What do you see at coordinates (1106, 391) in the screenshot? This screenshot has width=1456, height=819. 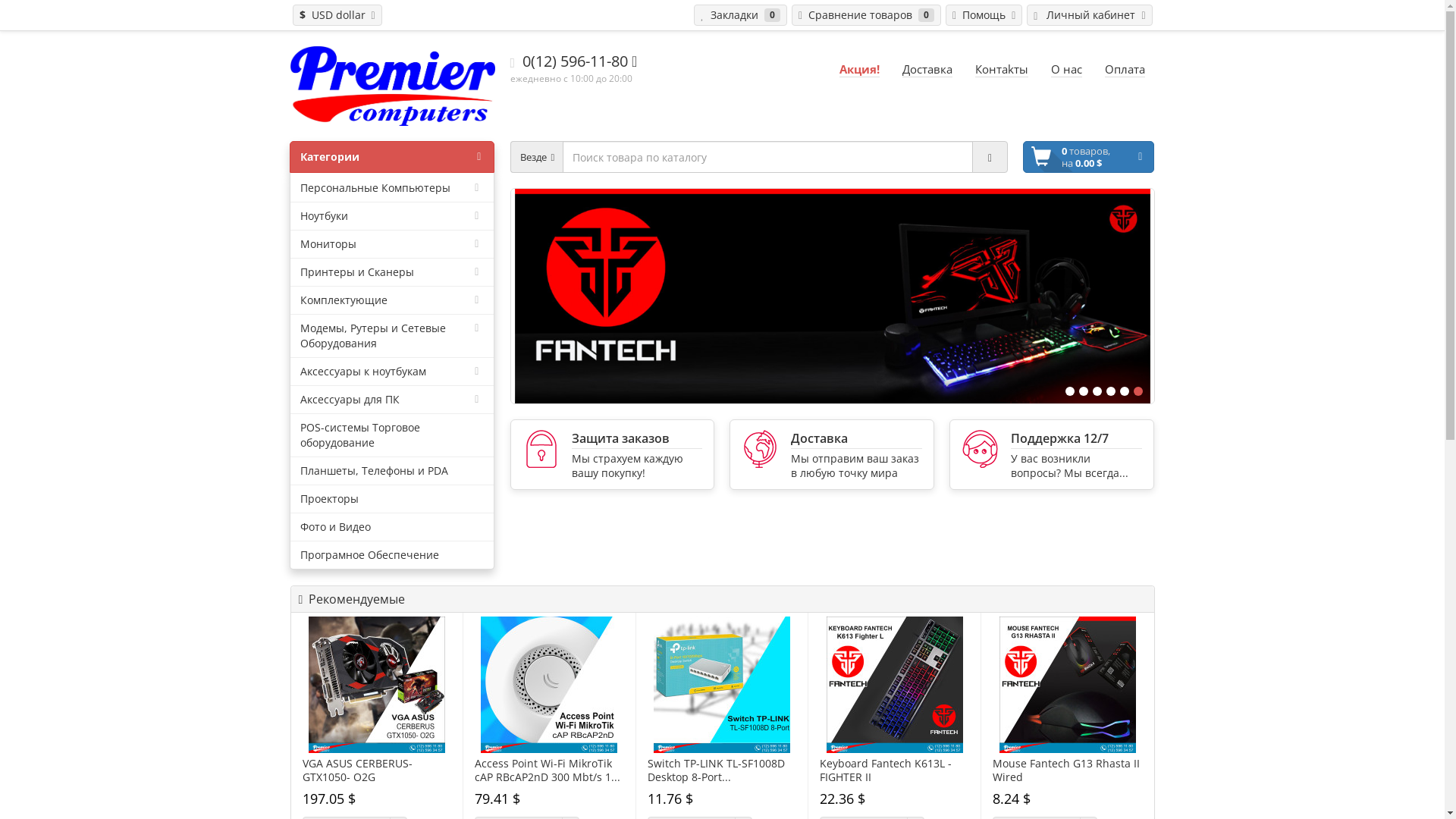 I see `'4'` at bounding box center [1106, 391].